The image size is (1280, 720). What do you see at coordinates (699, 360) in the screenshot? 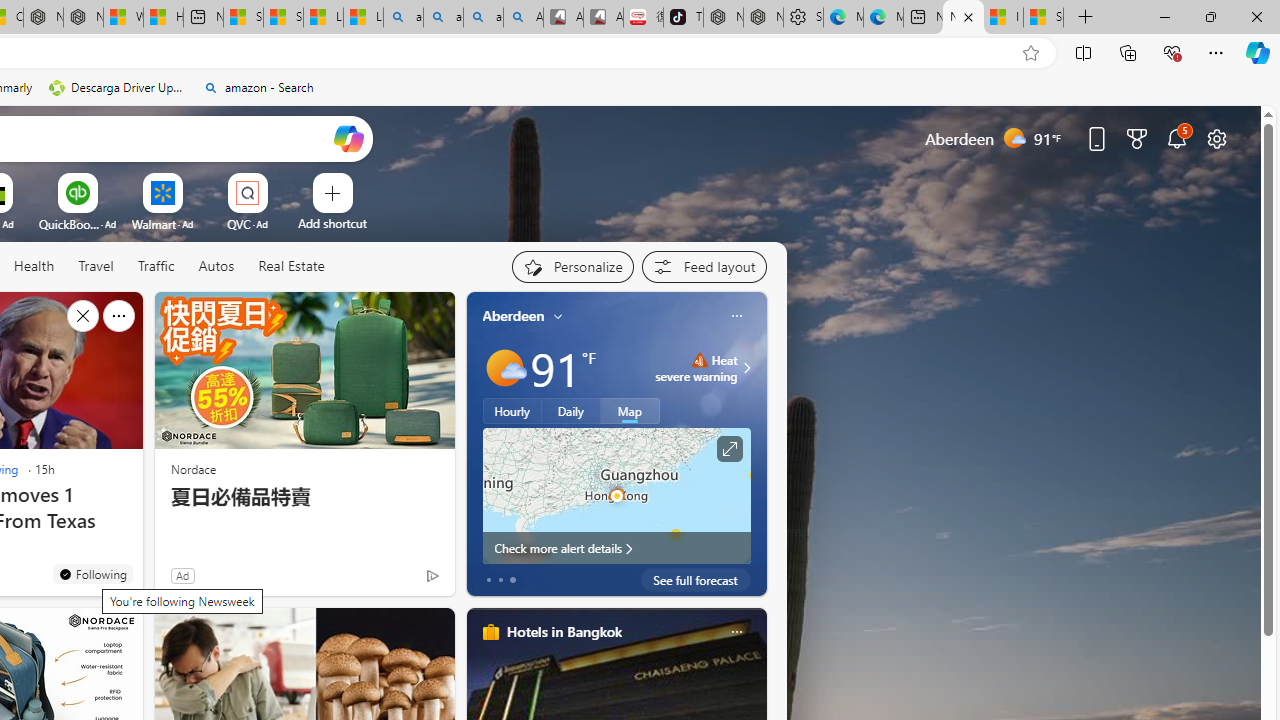
I see `'Heat - Severe'` at bounding box center [699, 360].